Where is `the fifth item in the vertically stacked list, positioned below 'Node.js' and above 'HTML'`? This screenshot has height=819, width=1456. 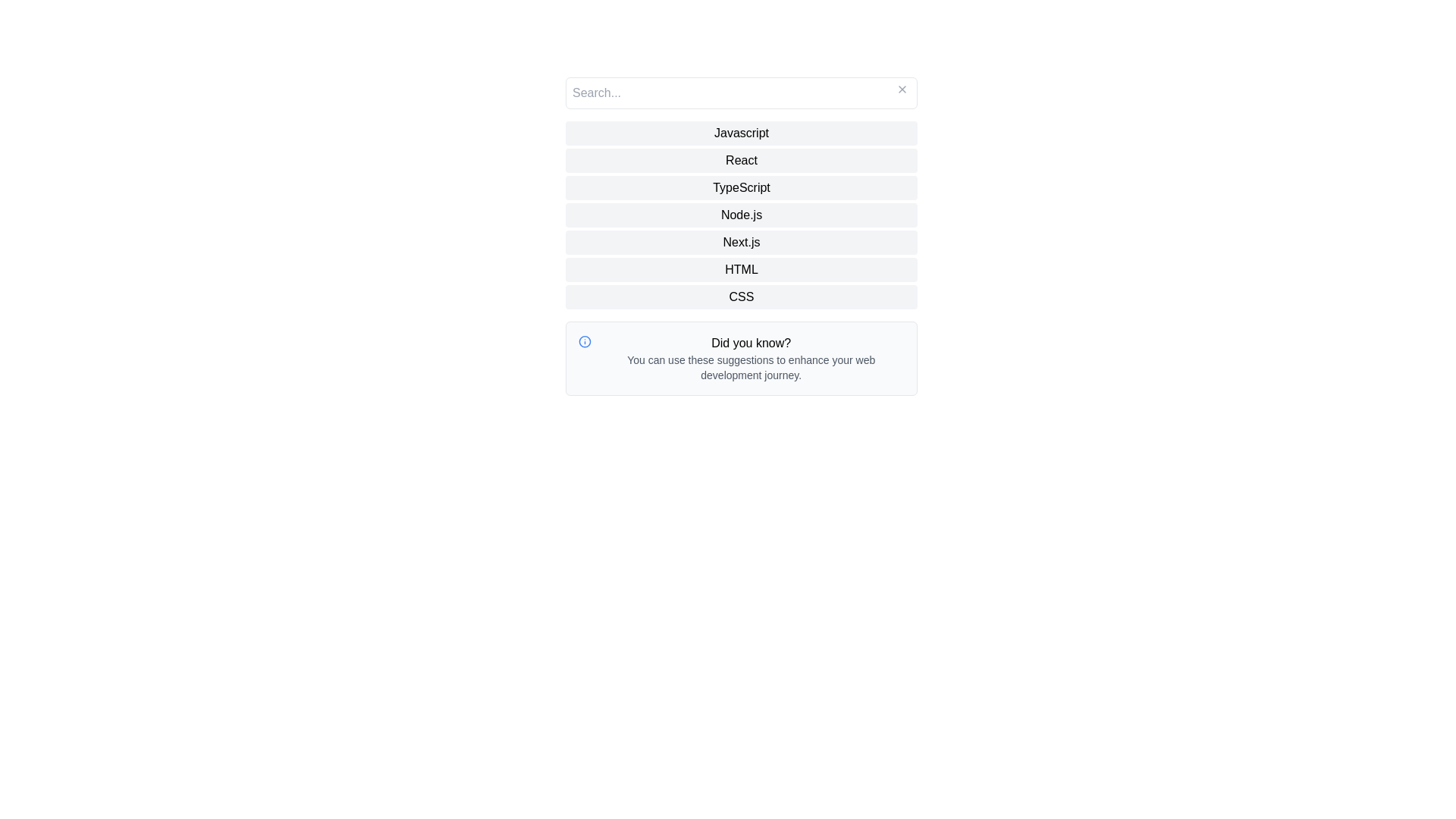
the fifth item in the vertically stacked list, positioned below 'Node.js' and above 'HTML' is located at coordinates (742, 237).